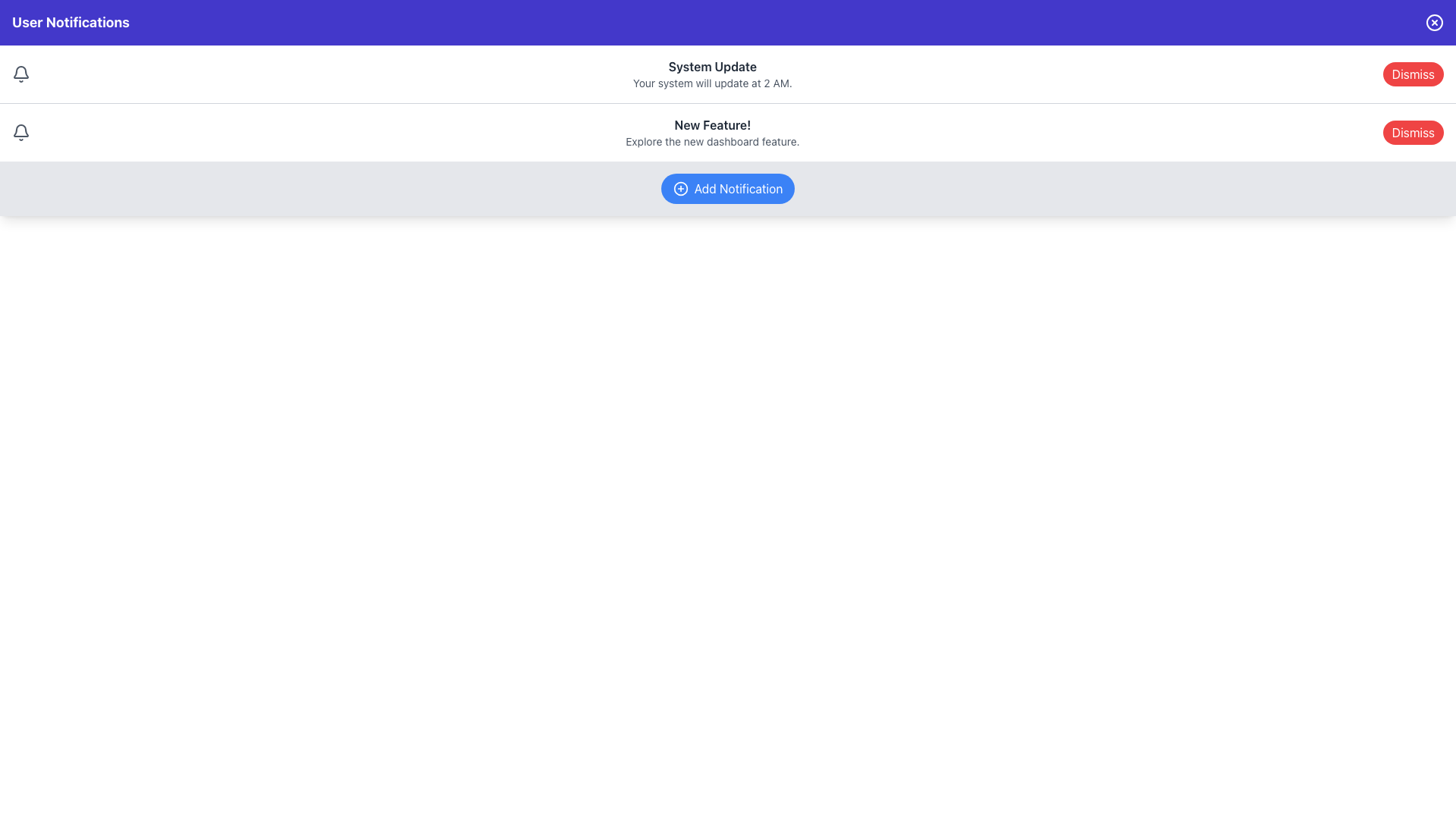  What do you see at coordinates (711, 83) in the screenshot?
I see `the Text label that provides contextual information about the system update, positioned beneath the 'System Update' element` at bounding box center [711, 83].